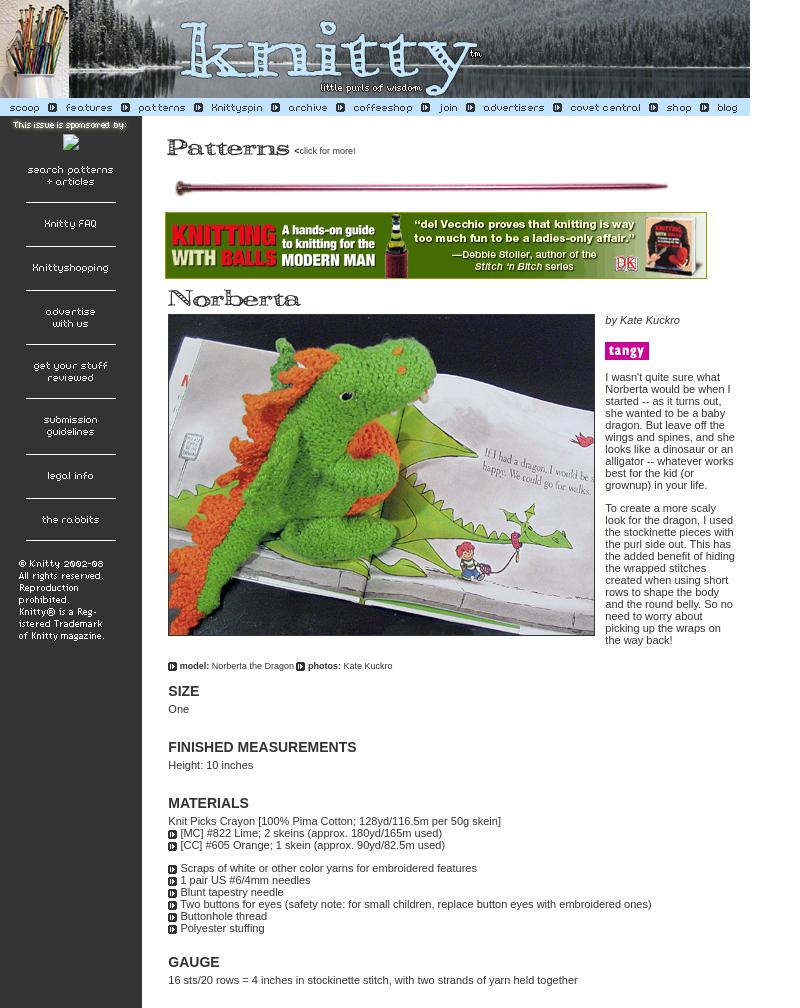  Describe the element at coordinates (182, 690) in the screenshot. I see `'SIZE'` at that location.